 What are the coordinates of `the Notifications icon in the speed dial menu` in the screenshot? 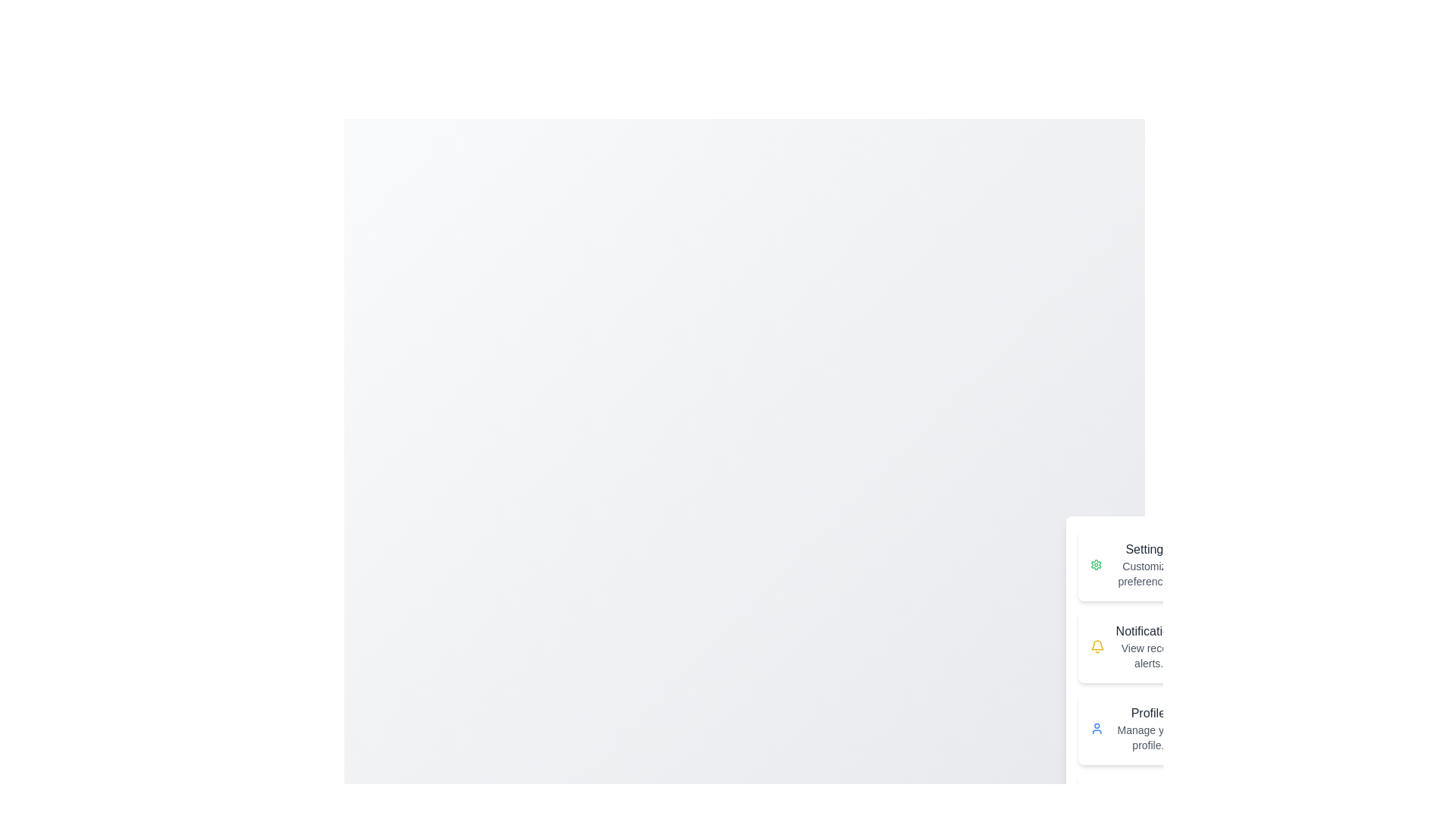 It's located at (1097, 646).